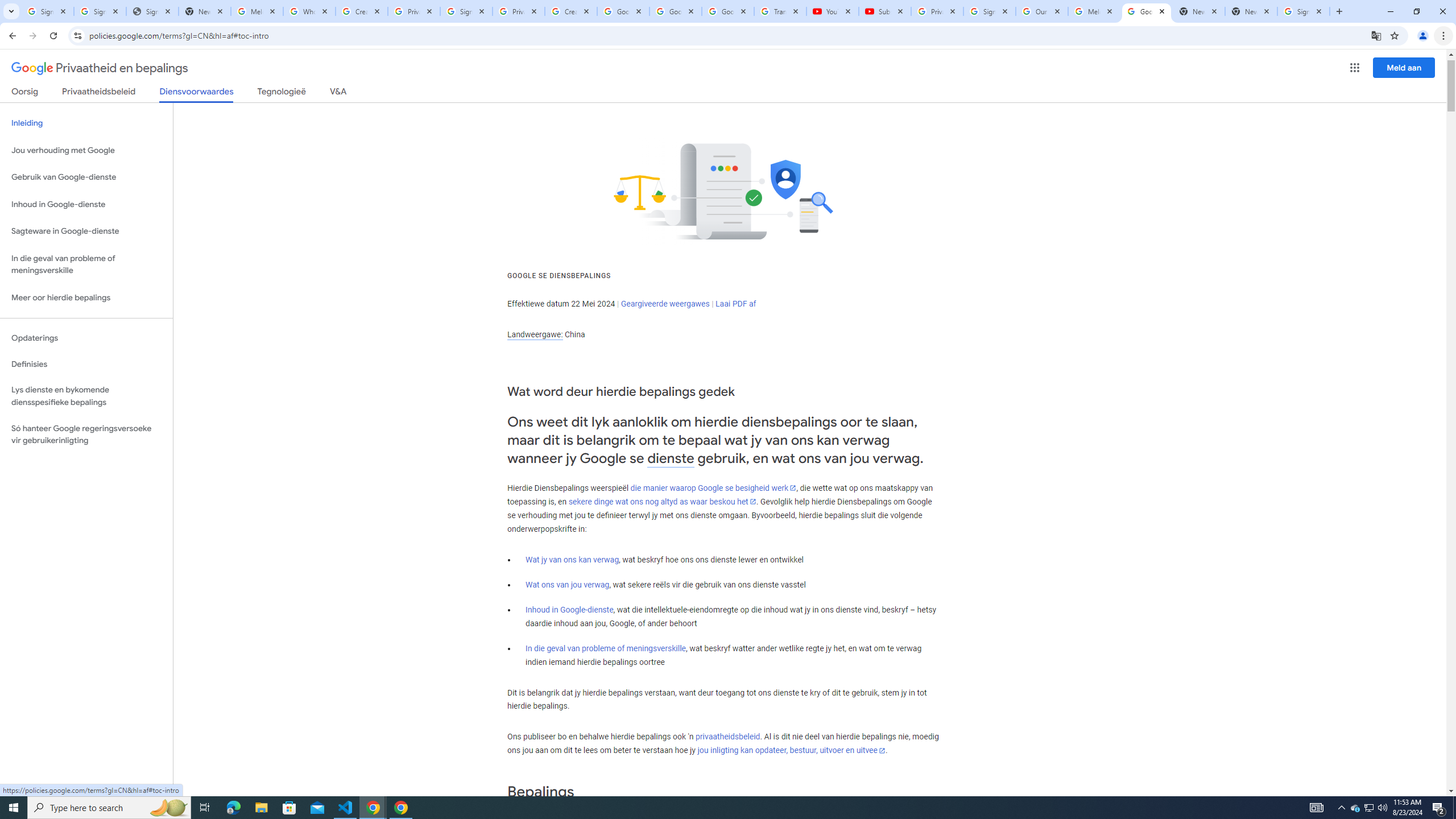 Image resolution: width=1456 pixels, height=819 pixels. Describe the element at coordinates (1251, 11) in the screenshot. I see `'New Tab'` at that location.